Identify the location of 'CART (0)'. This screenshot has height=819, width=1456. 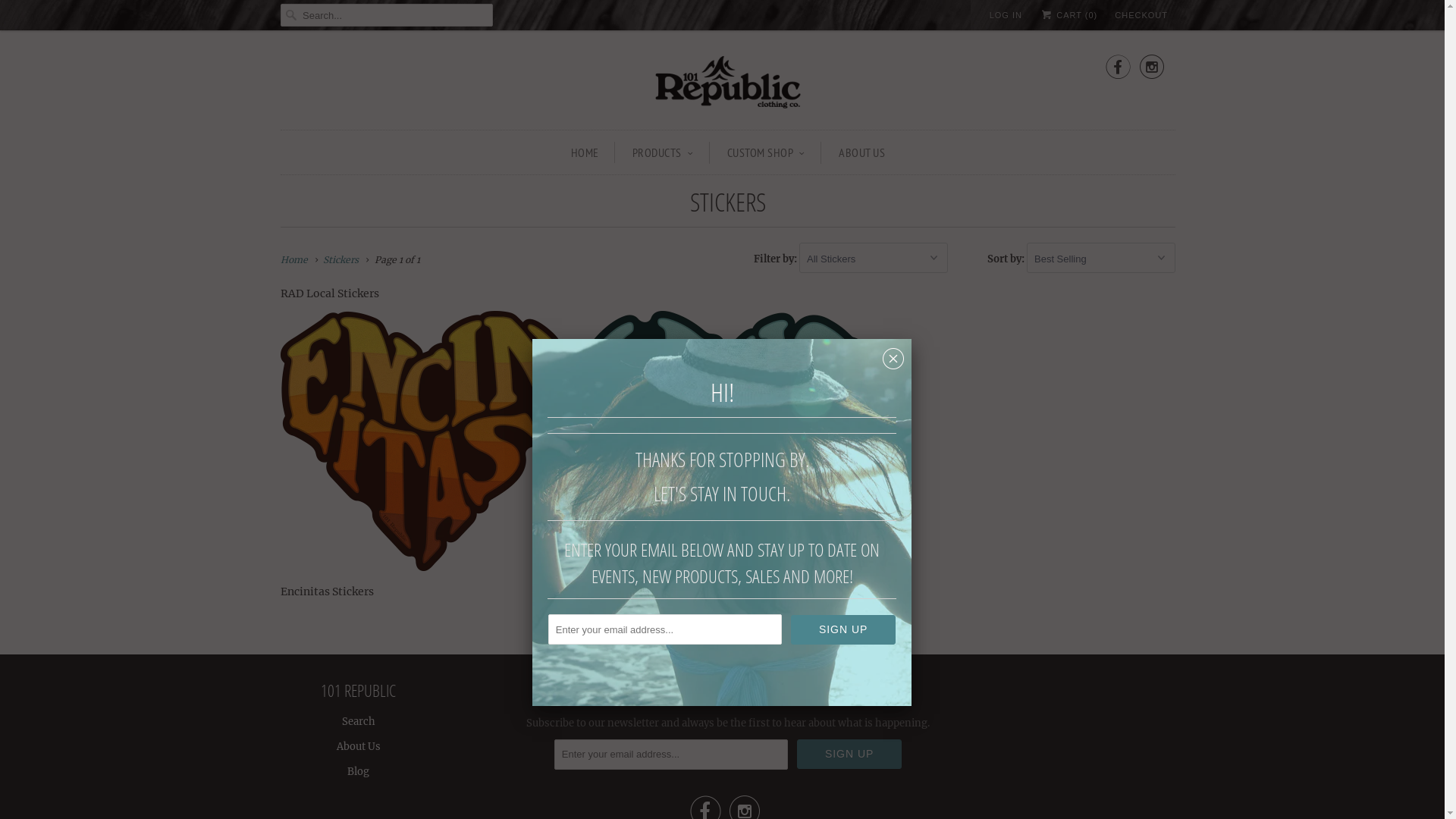
(1068, 14).